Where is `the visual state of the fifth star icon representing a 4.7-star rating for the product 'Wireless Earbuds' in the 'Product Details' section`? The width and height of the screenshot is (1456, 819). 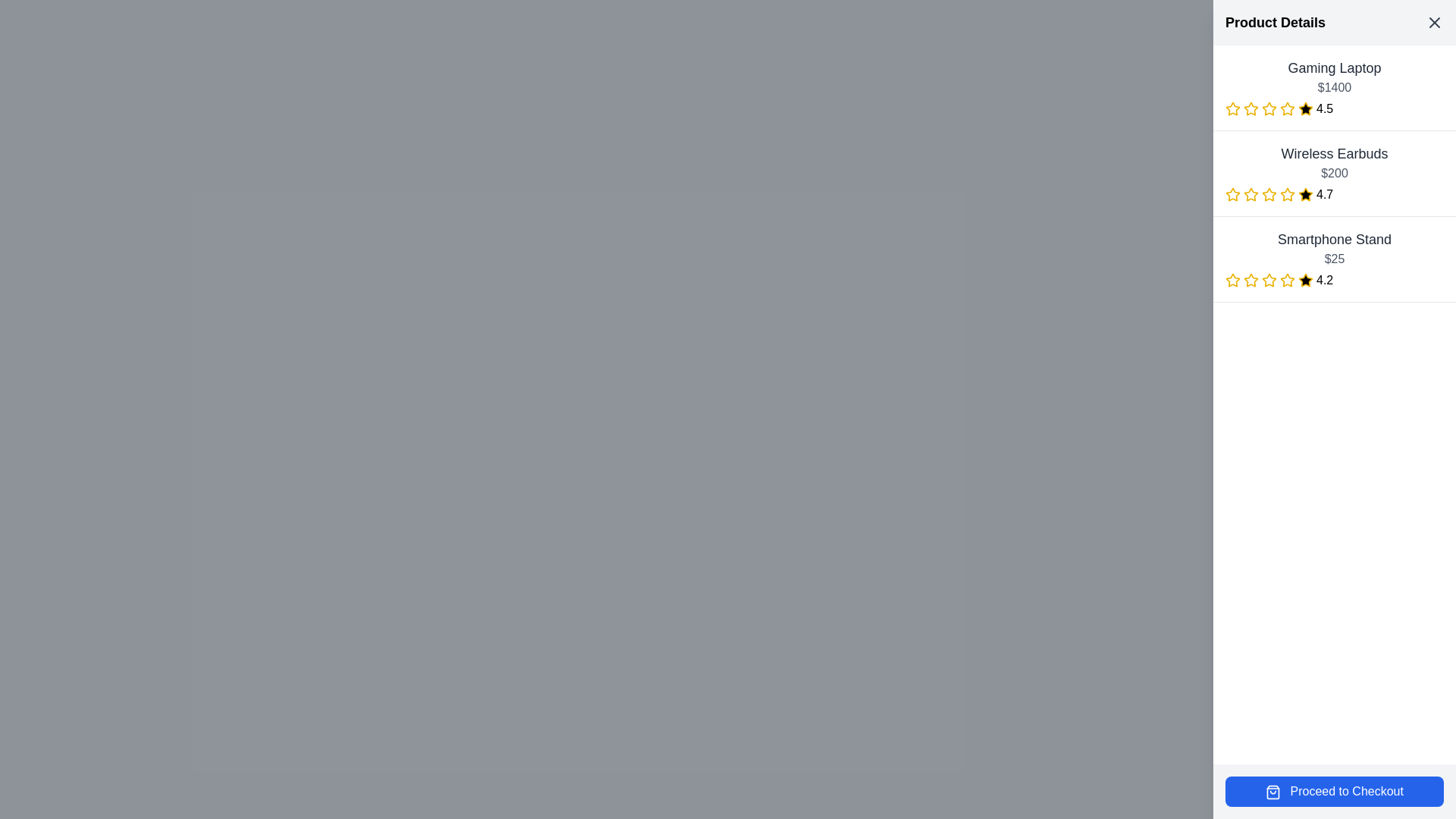
the visual state of the fifth star icon representing a 4.7-star rating for the product 'Wireless Earbuds' in the 'Product Details' section is located at coordinates (1305, 194).